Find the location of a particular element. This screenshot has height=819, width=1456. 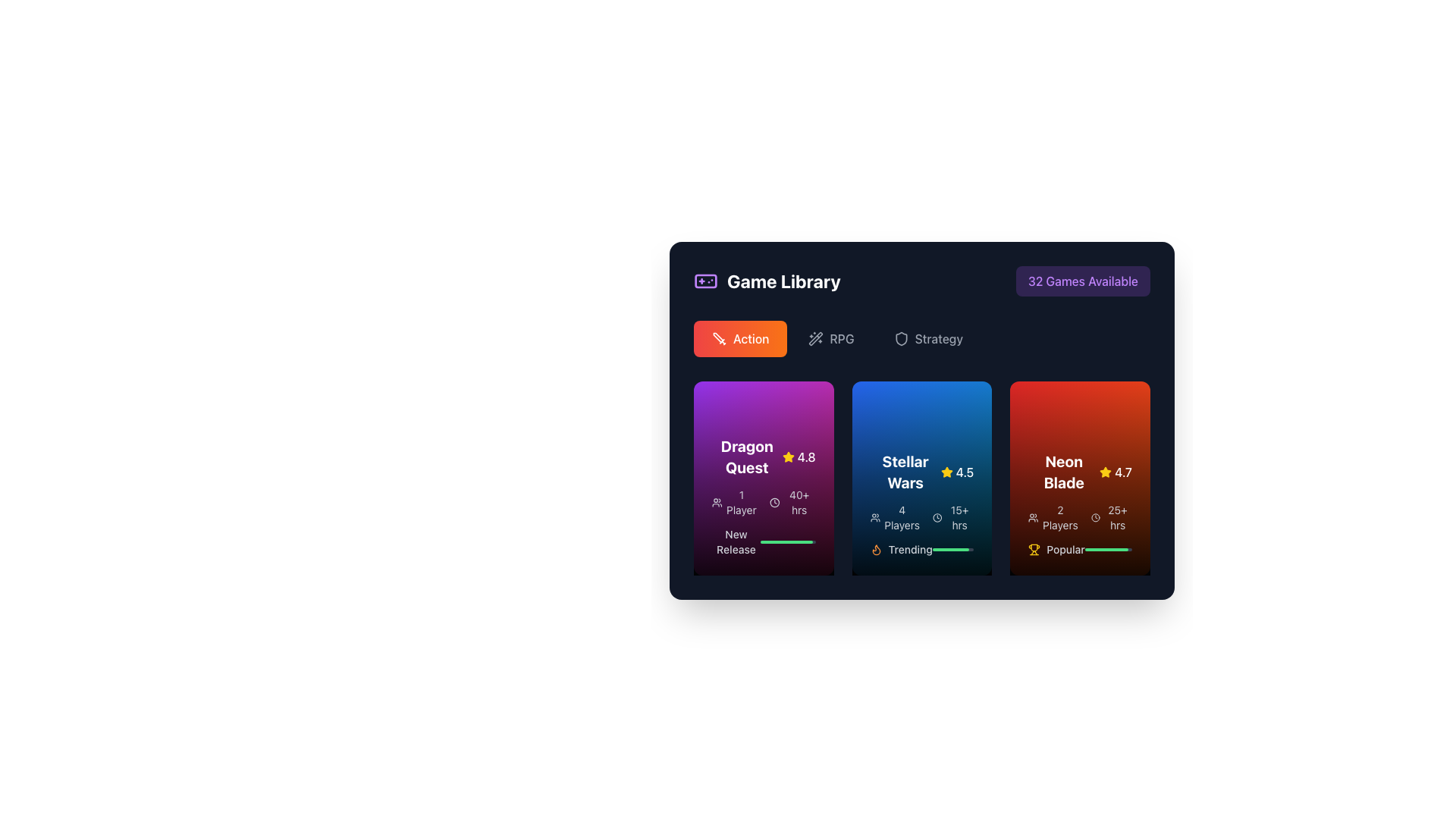

the 'New Release' text within the progress bar indicator located in the 'Dragon Quest' card is located at coordinates (764, 541).